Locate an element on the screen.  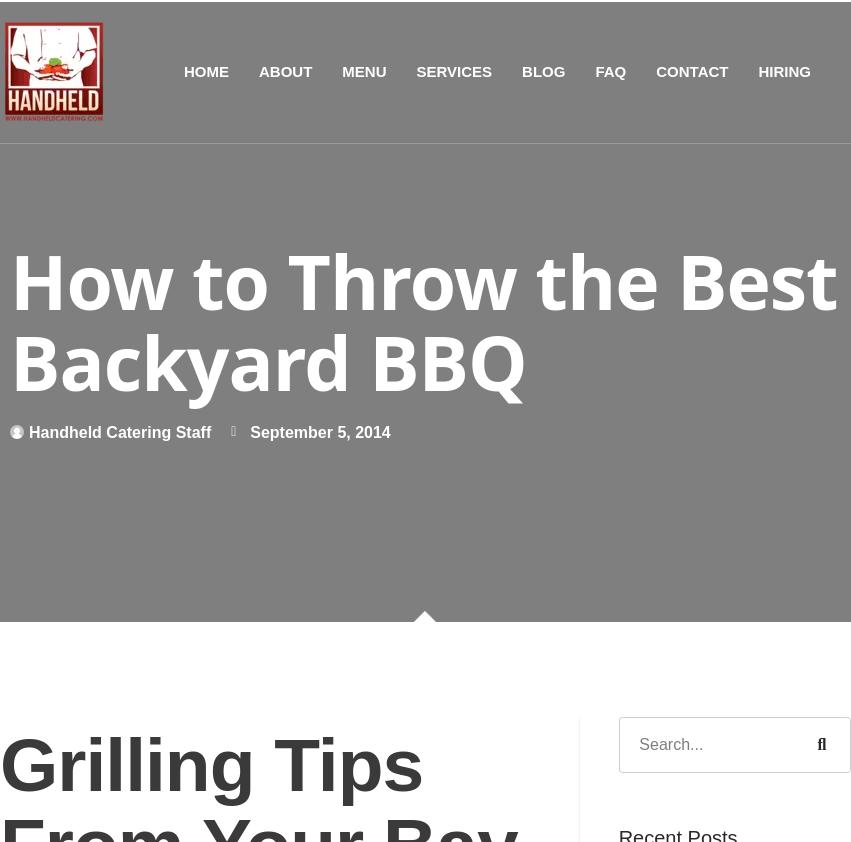
'How to Throw the Best Backyard BBQ' is located at coordinates (422, 320).